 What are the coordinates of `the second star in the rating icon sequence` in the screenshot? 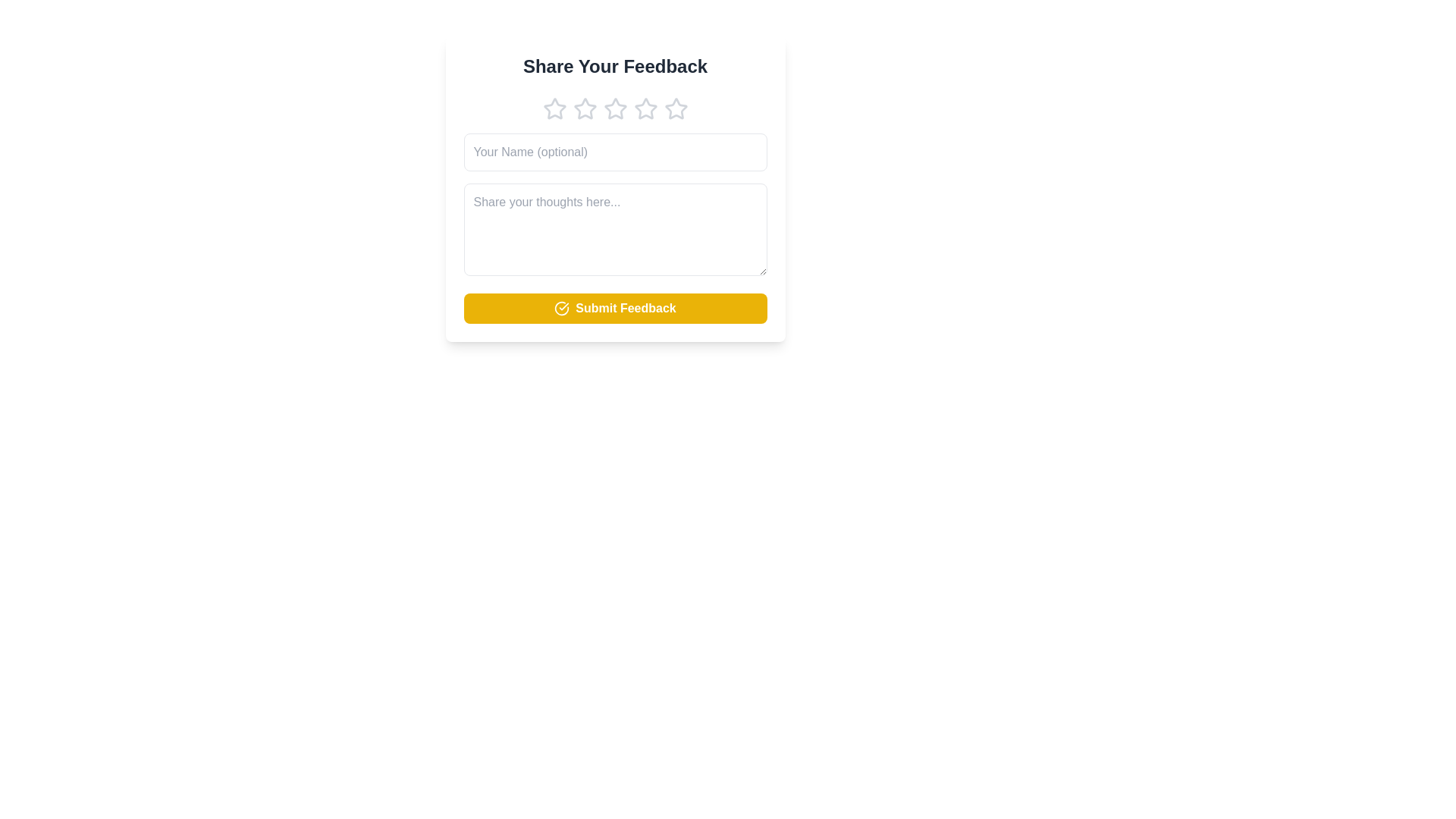 It's located at (584, 108).